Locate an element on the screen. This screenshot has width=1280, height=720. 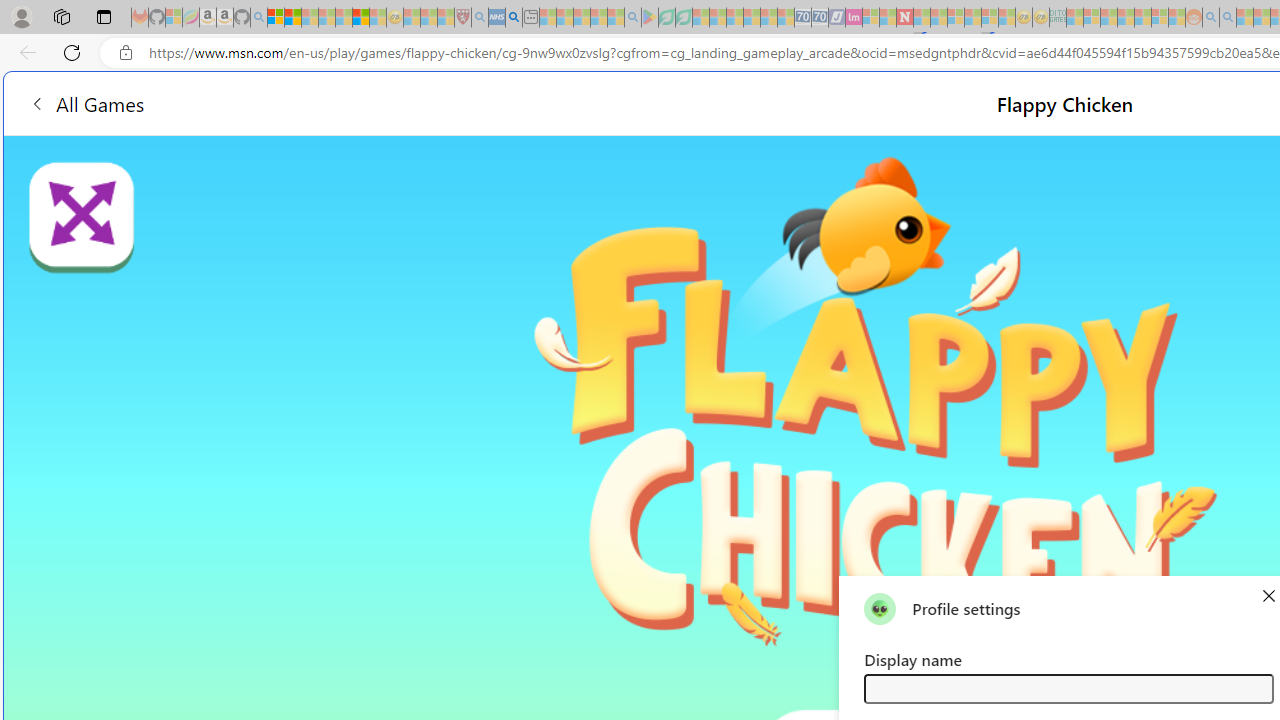
'google - Search - Sleeping' is located at coordinates (631, 17).